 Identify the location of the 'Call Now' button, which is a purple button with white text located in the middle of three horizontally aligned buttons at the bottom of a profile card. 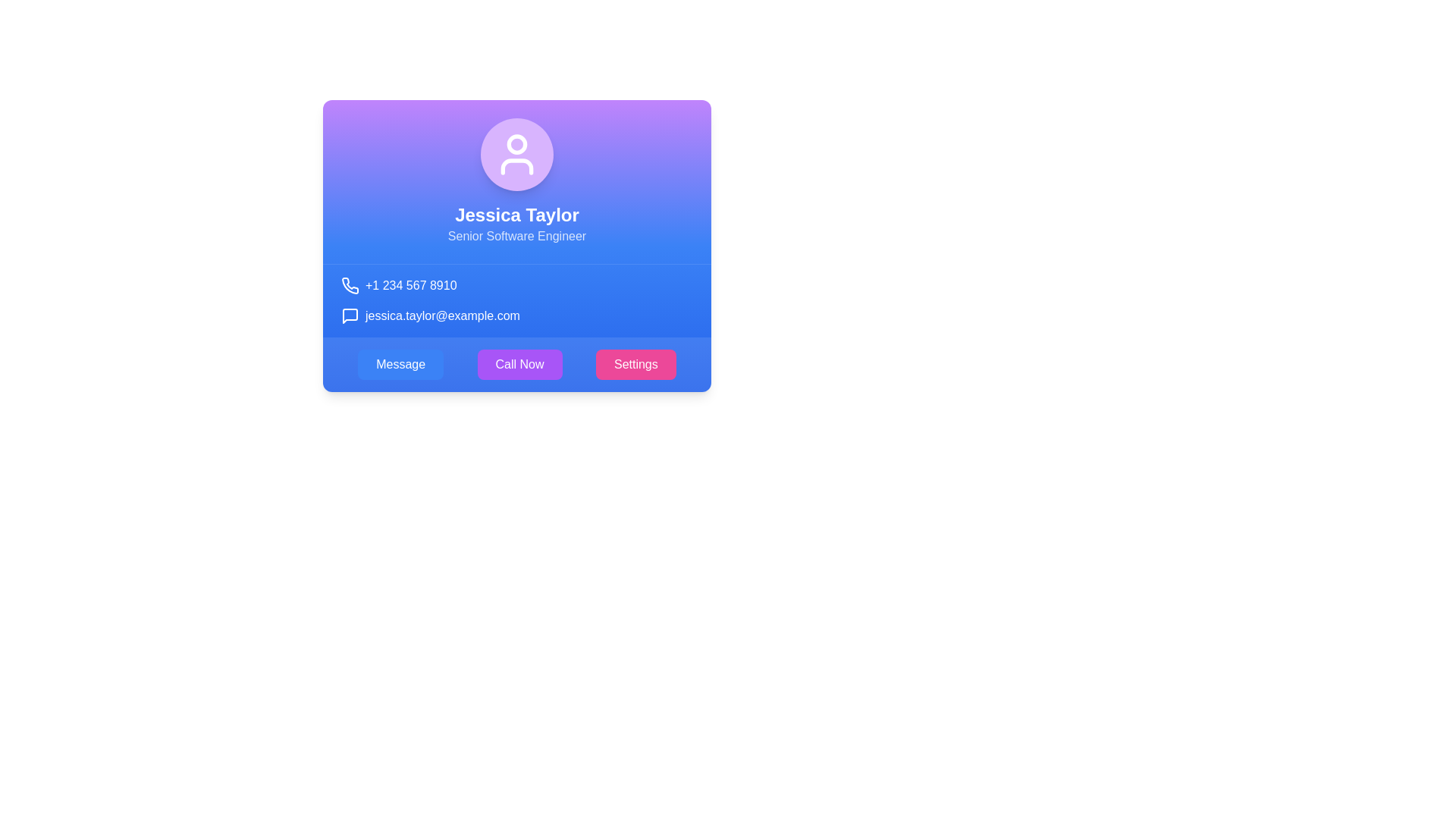
(519, 365).